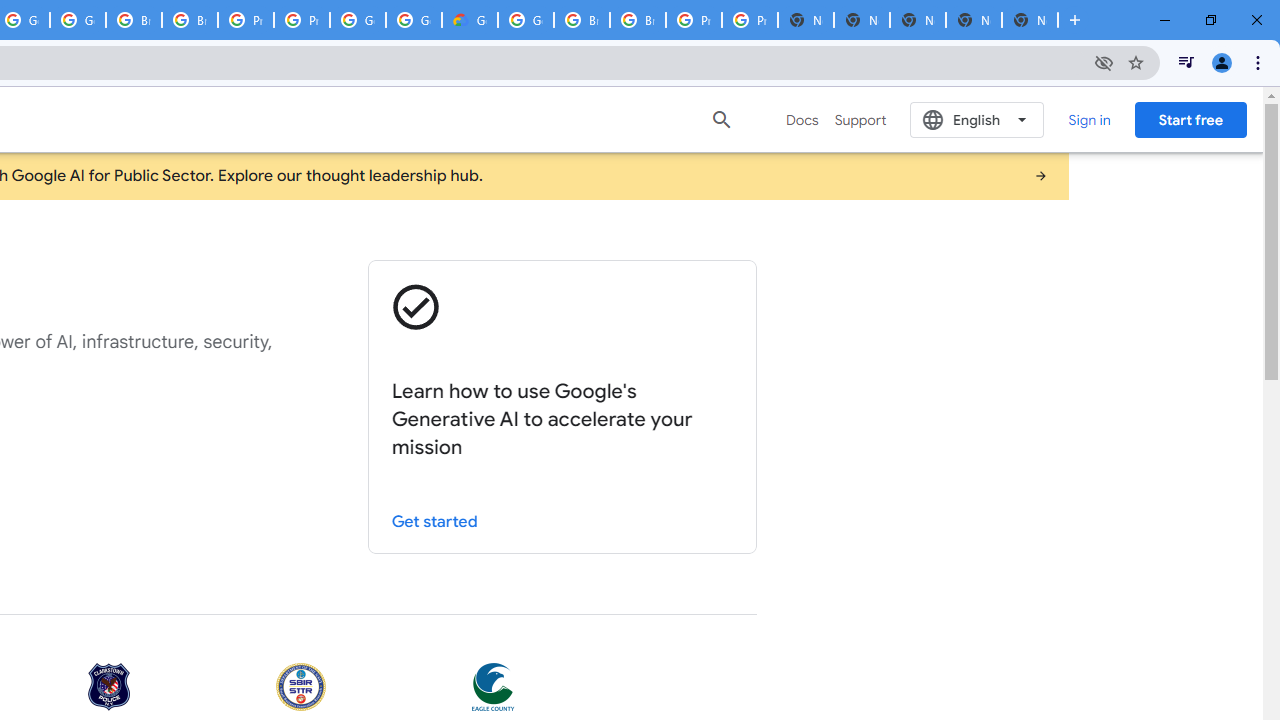 Image resolution: width=1280 pixels, height=720 pixels. What do you see at coordinates (581, 20) in the screenshot?
I see `'Browse Chrome as a guest - Computer - Google Chrome Help'` at bounding box center [581, 20].